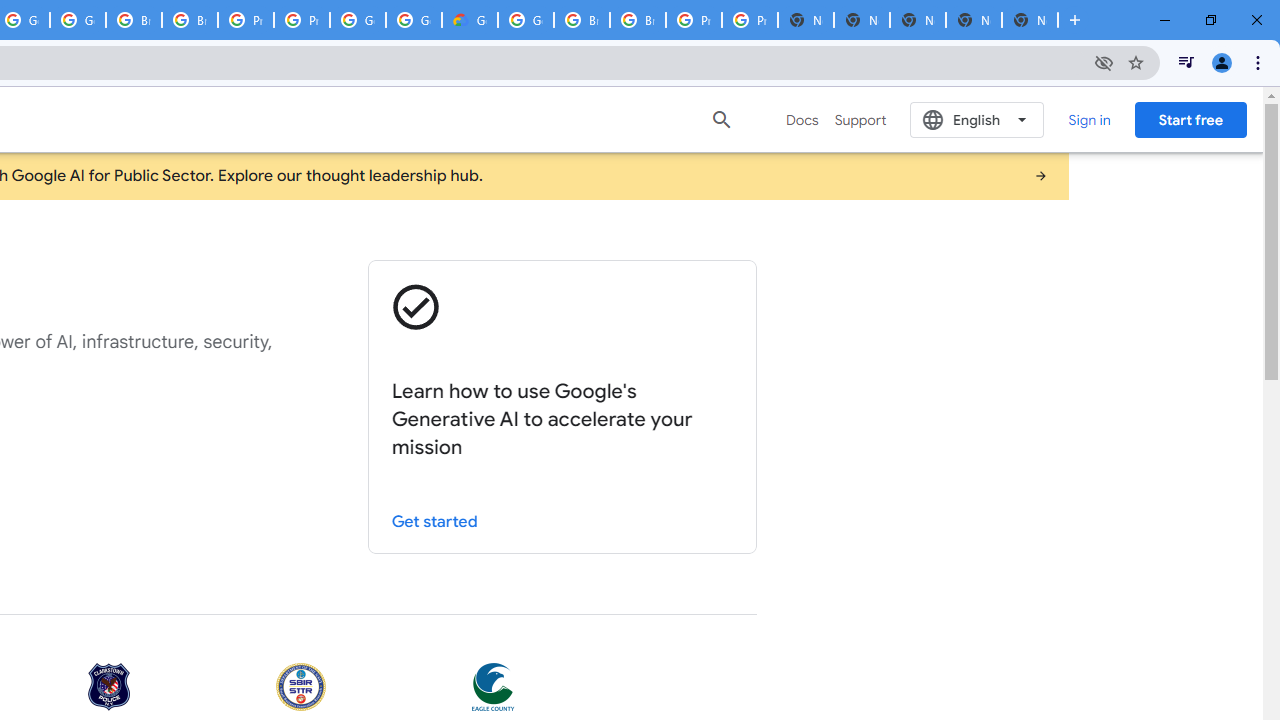 Image resolution: width=1280 pixels, height=720 pixels. What do you see at coordinates (581, 20) in the screenshot?
I see `'Browse Chrome as a guest - Computer - Google Chrome Help'` at bounding box center [581, 20].